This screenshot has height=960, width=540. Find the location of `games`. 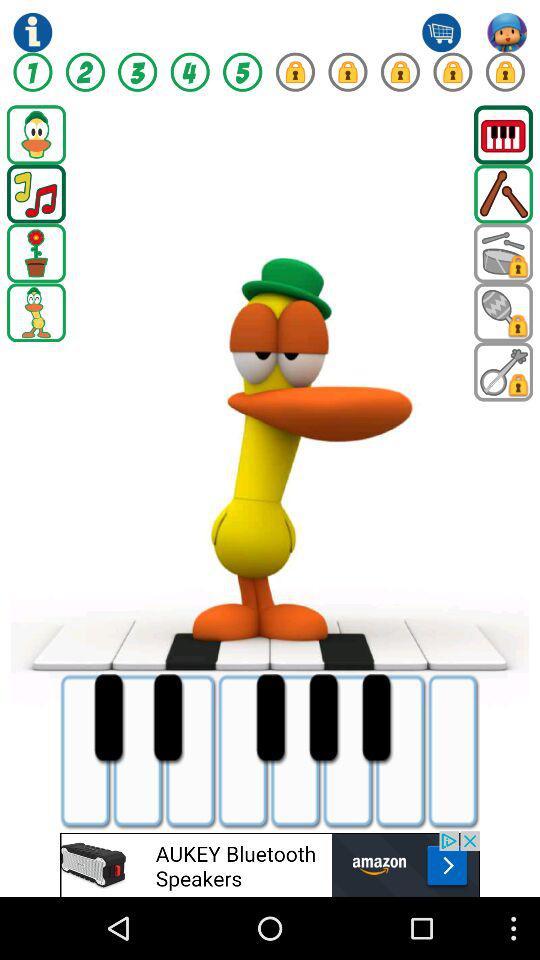

games is located at coordinates (190, 72).